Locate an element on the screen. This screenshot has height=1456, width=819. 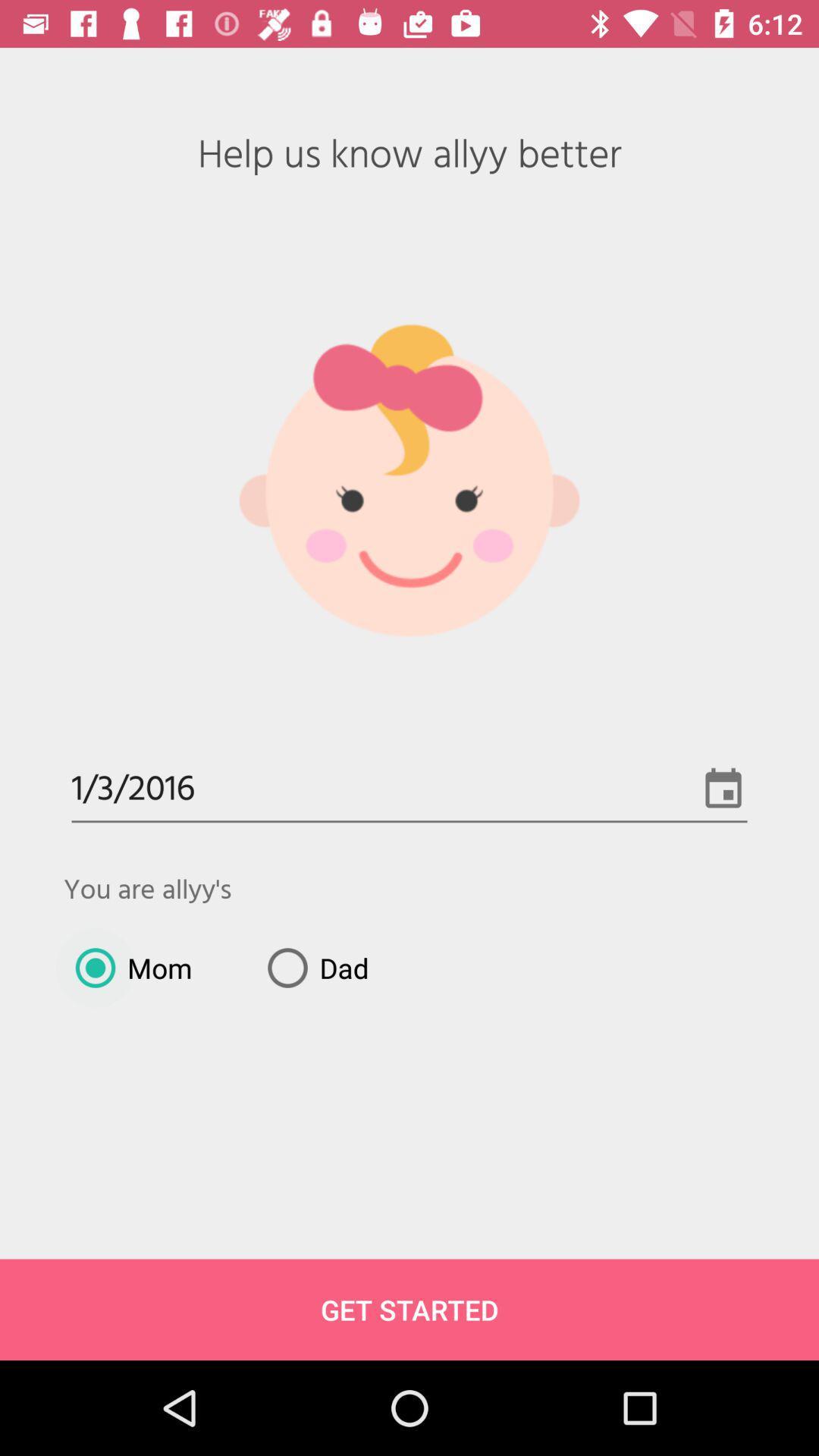
icon above the get started icon is located at coordinates (127, 967).